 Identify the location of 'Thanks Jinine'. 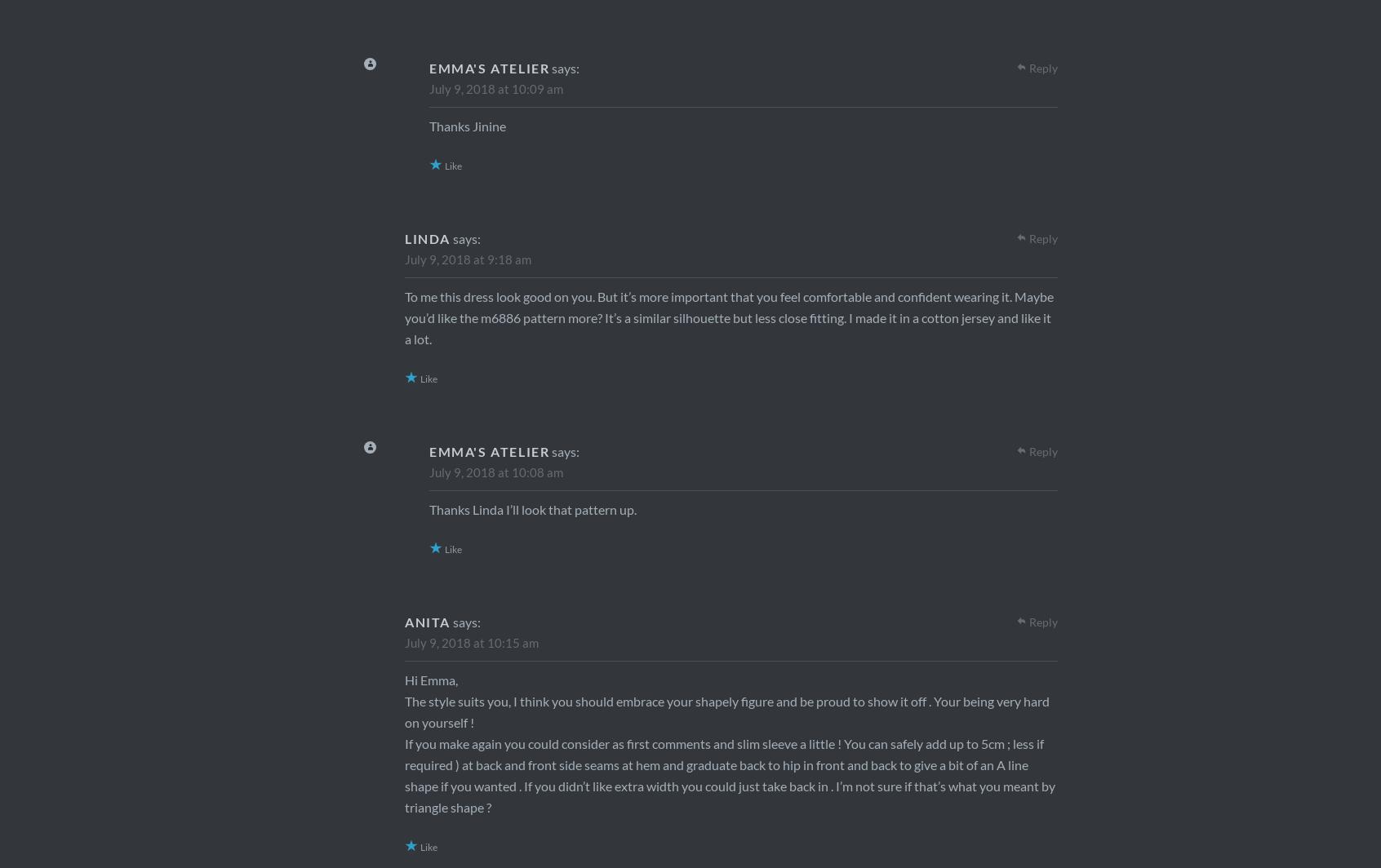
(467, 126).